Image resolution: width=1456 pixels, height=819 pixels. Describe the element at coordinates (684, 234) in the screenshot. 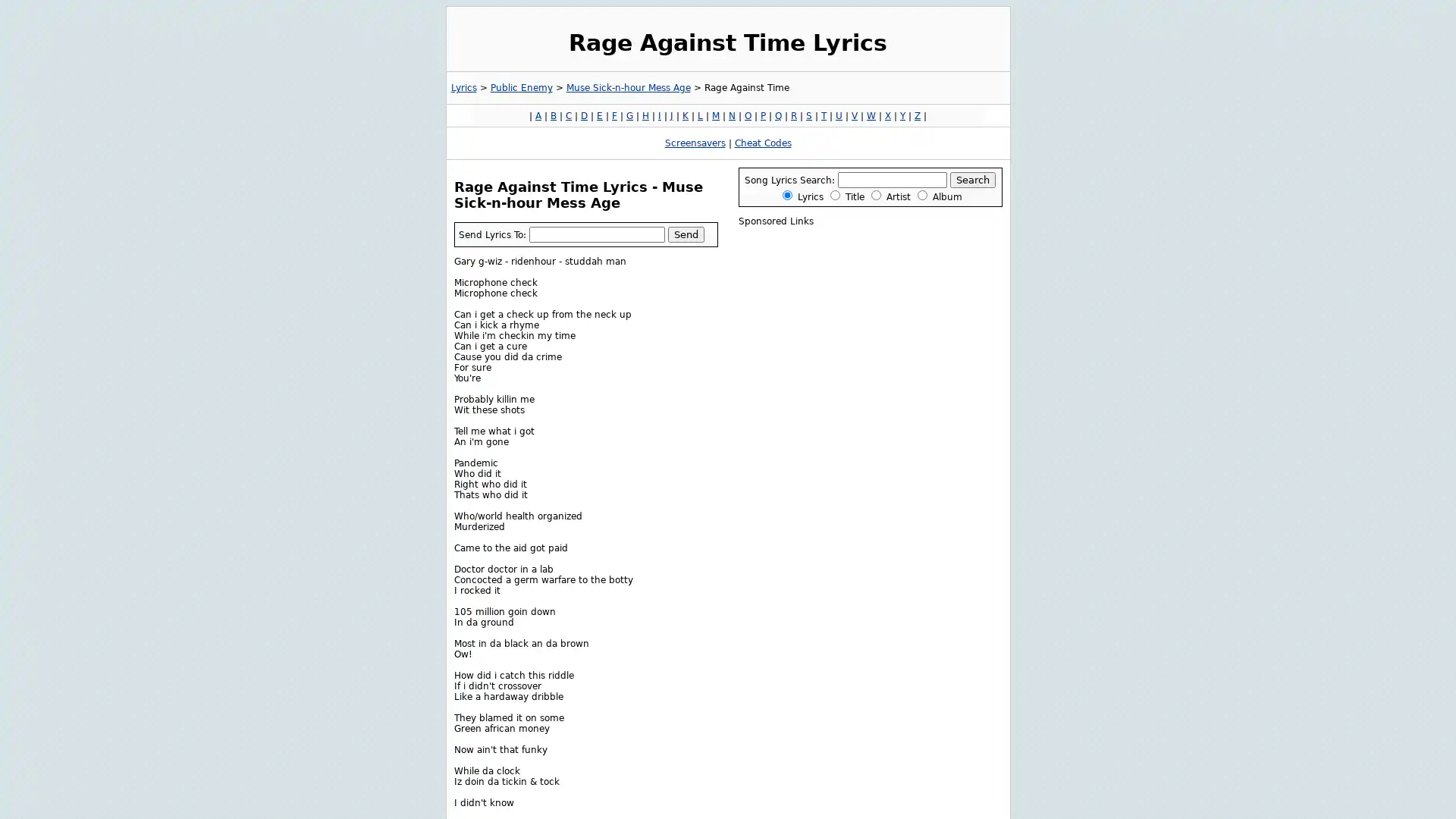

I see `Send` at that location.